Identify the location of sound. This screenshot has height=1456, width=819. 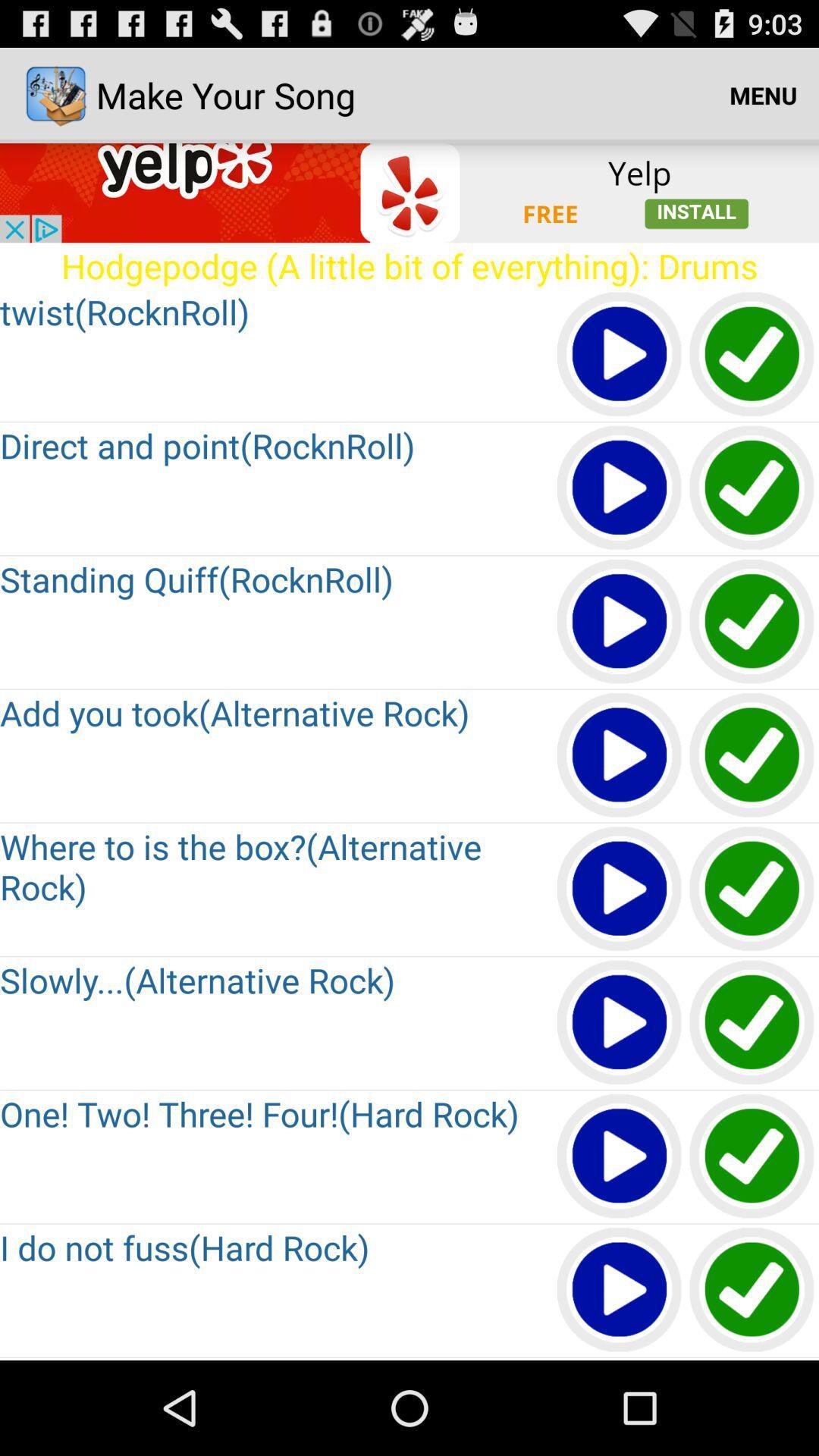
(752, 622).